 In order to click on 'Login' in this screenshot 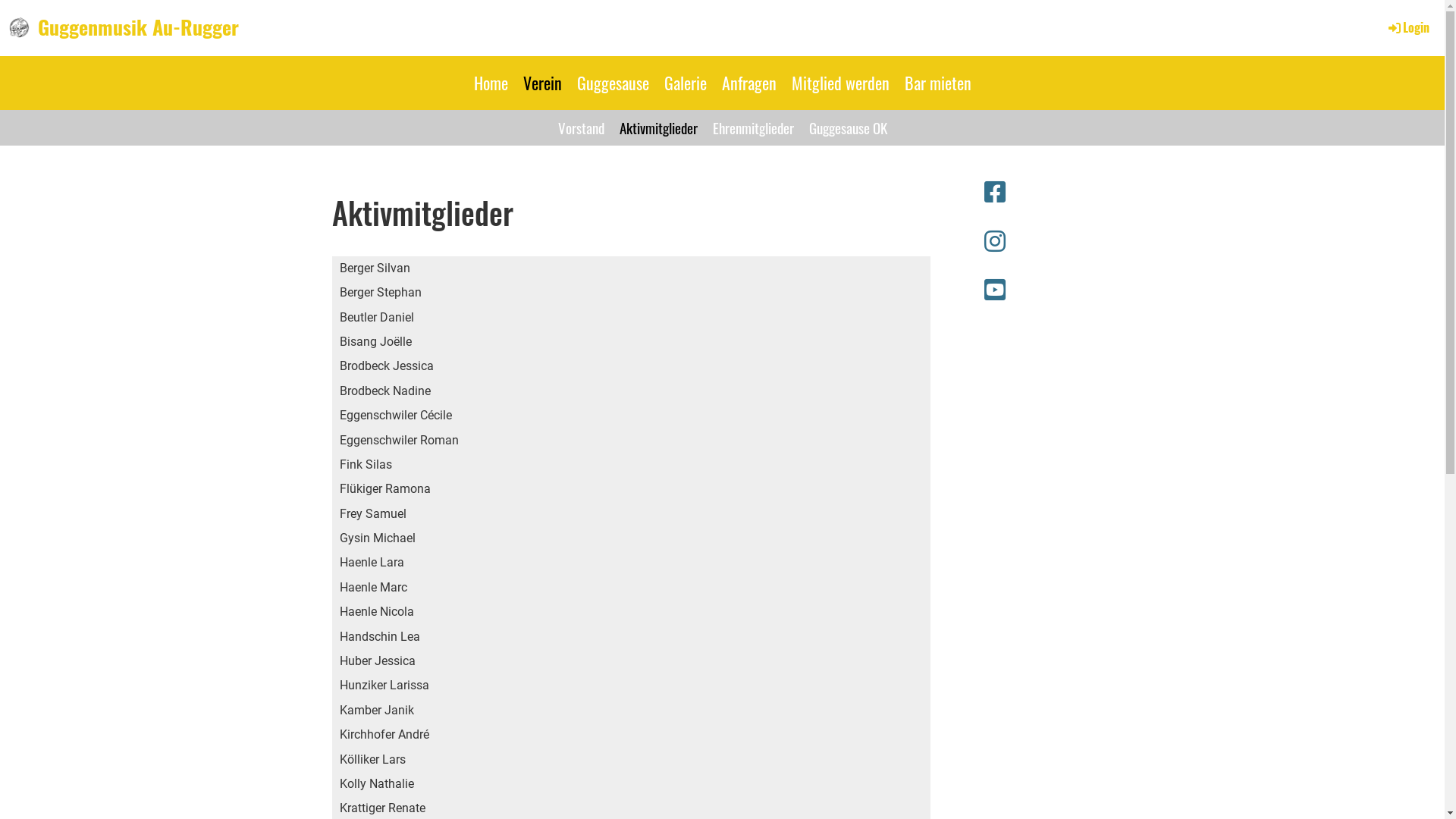, I will do `click(1407, 27)`.